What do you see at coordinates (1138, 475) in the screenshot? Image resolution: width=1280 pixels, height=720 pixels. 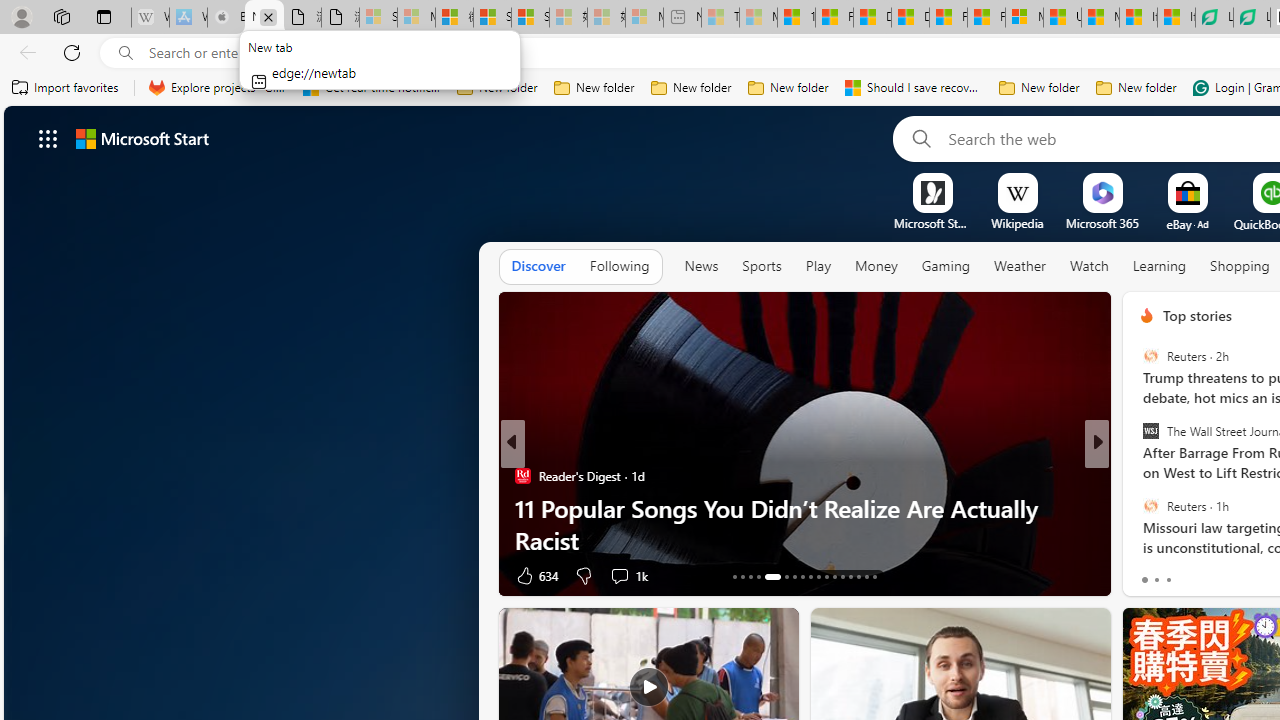 I see `'Ash & Pri'` at bounding box center [1138, 475].